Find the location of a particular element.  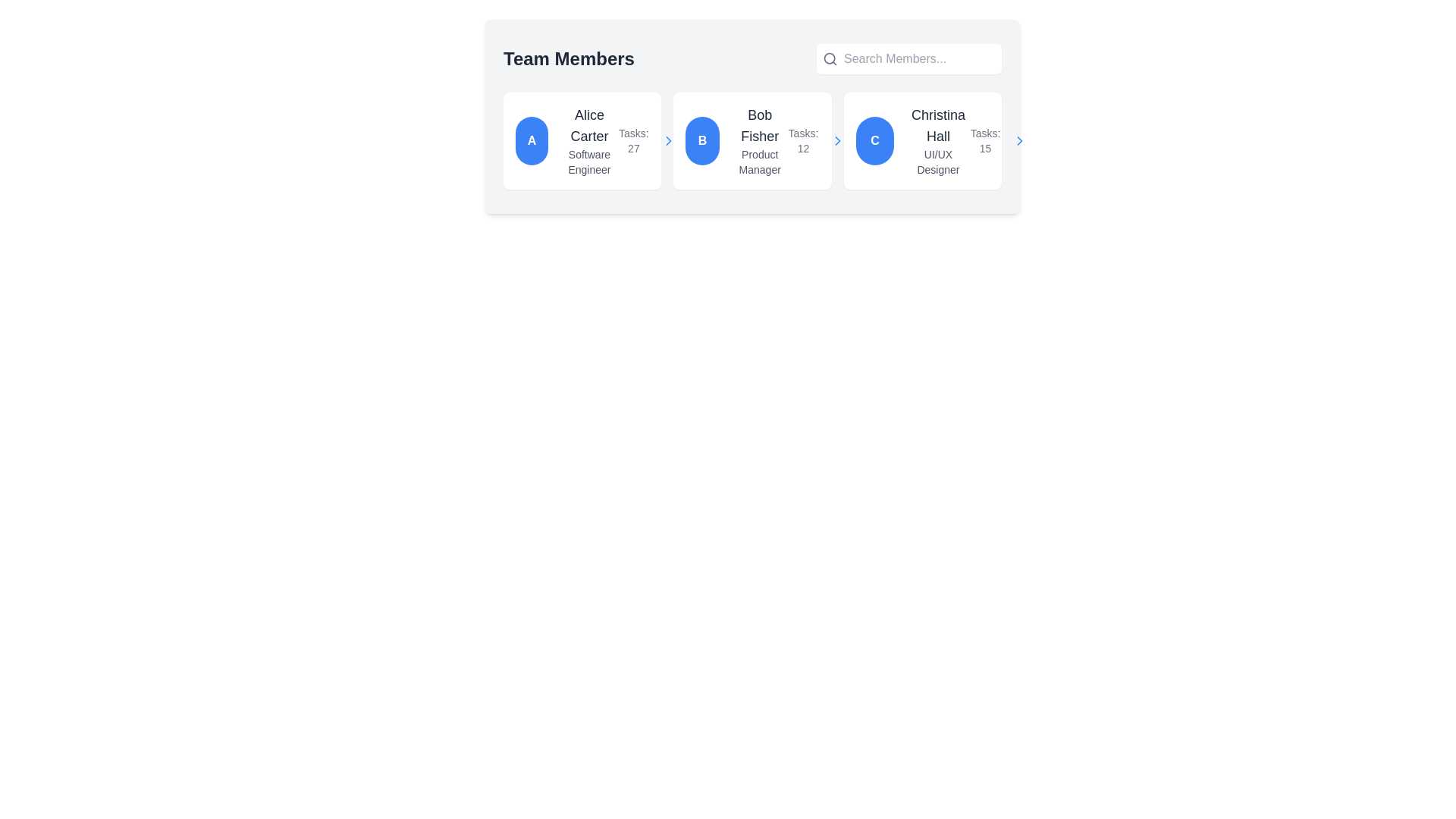

the text label displaying the professional title of Alice Carter, which is positioned below her name in the team member profile card is located at coordinates (588, 162).